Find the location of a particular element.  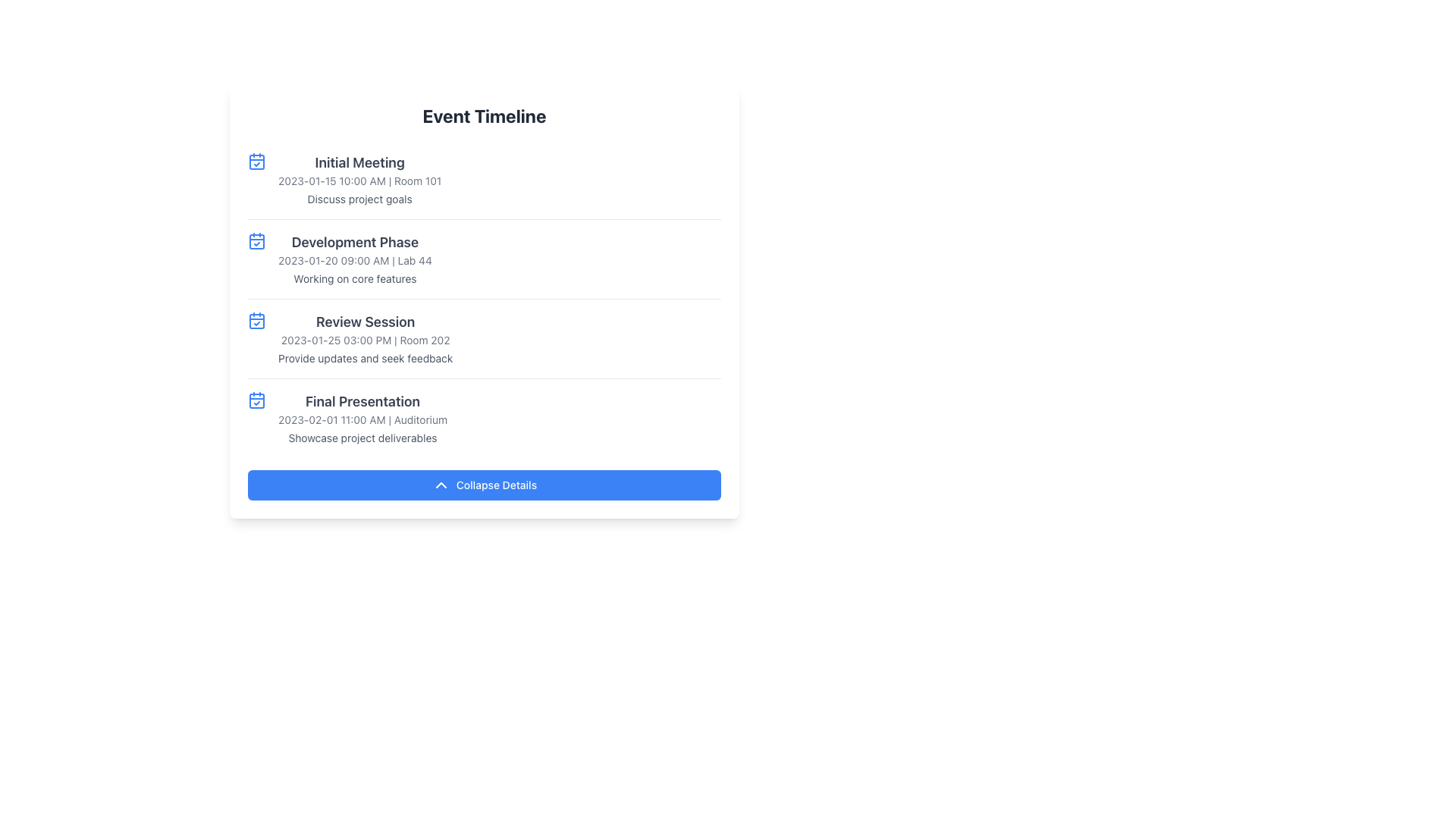

the 'Final Presentation' text label, which is styled in bold and larger font size, dark gray color, and positioned as the title of the fourth event entry in the vertical timeline layout is located at coordinates (362, 400).